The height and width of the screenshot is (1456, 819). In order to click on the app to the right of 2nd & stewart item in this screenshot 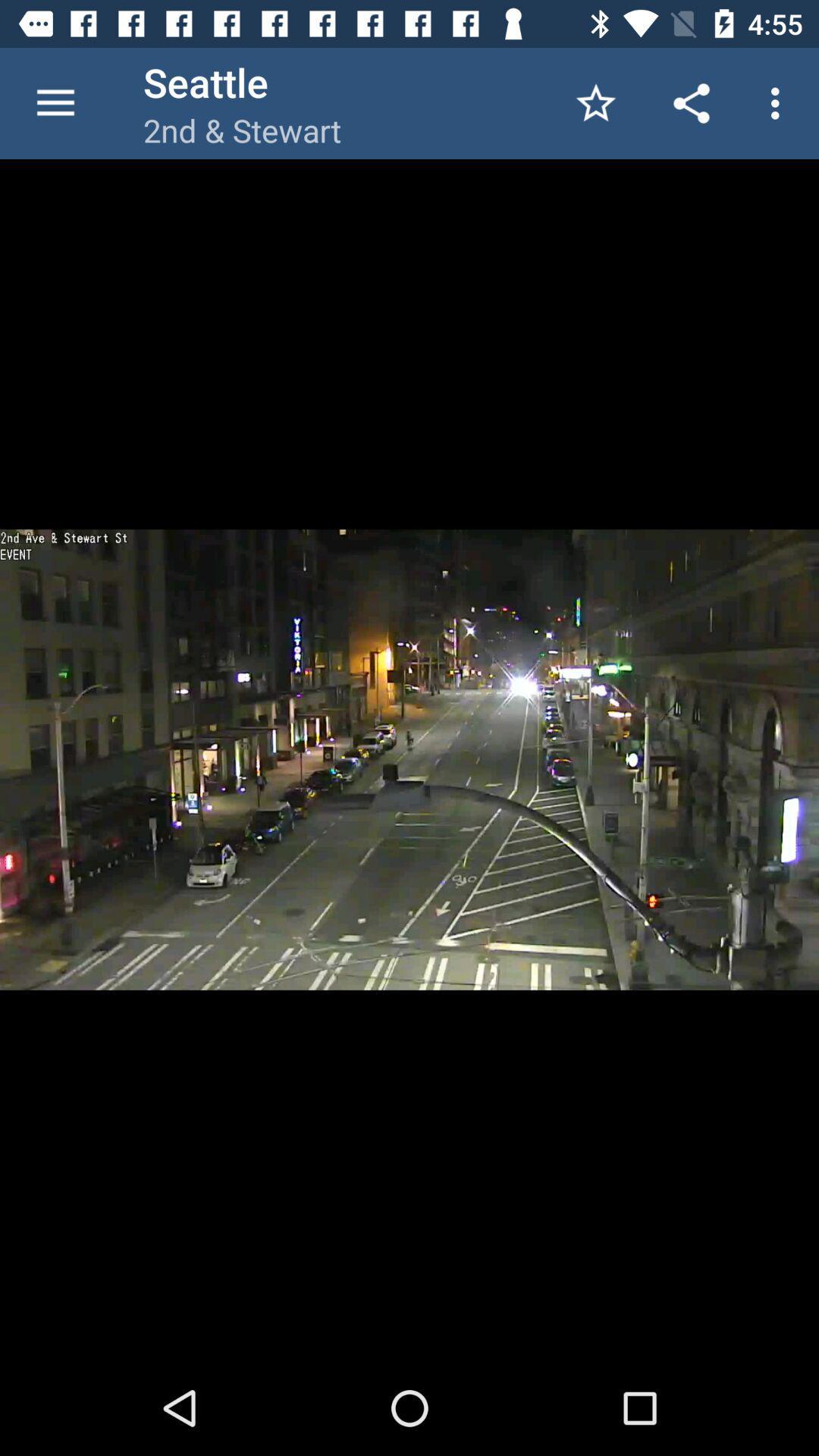, I will do `click(595, 102)`.